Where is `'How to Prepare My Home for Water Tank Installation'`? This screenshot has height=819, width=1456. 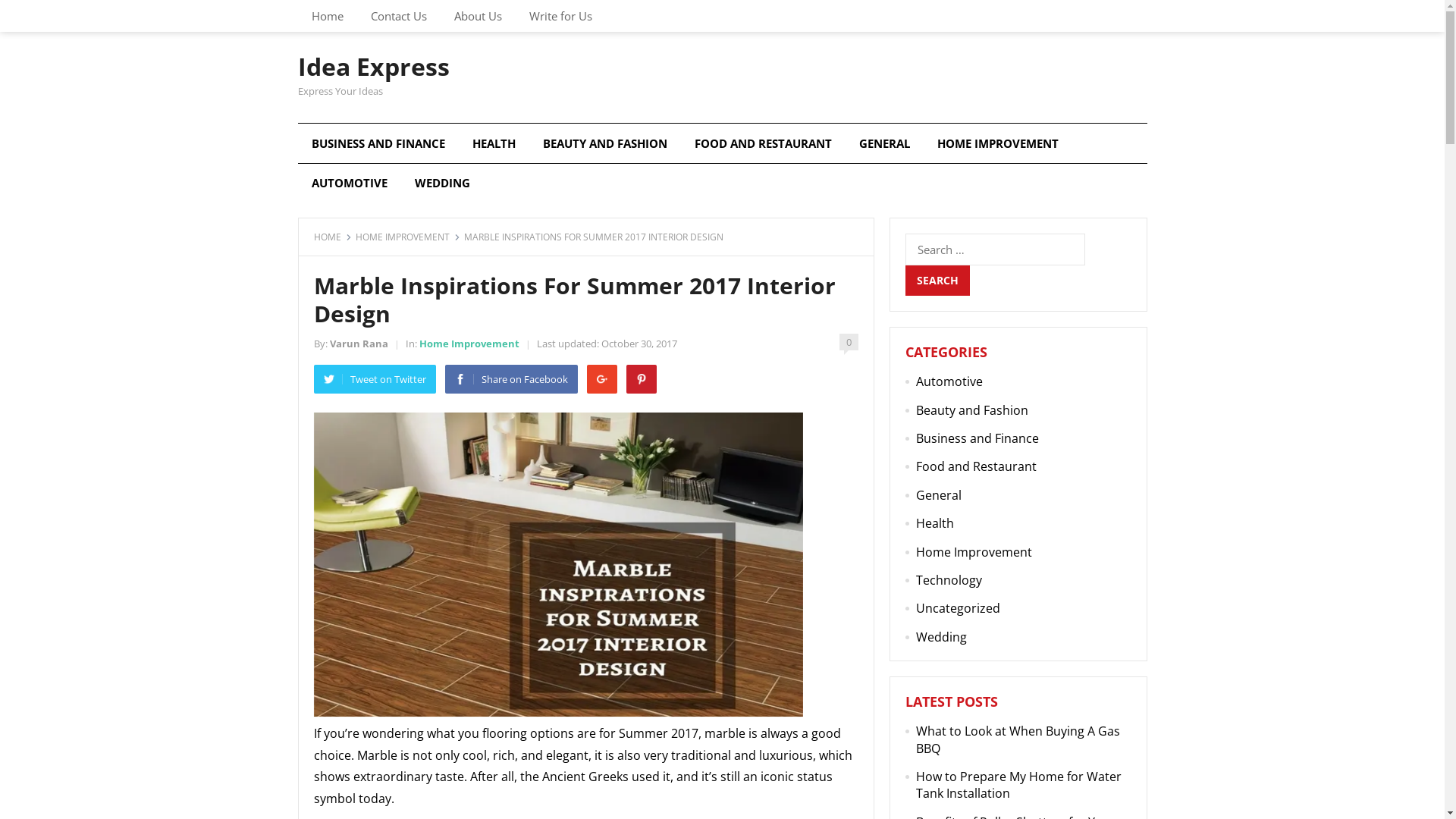 'How to Prepare My Home for Water Tank Installation' is located at coordinates (1018, 784).